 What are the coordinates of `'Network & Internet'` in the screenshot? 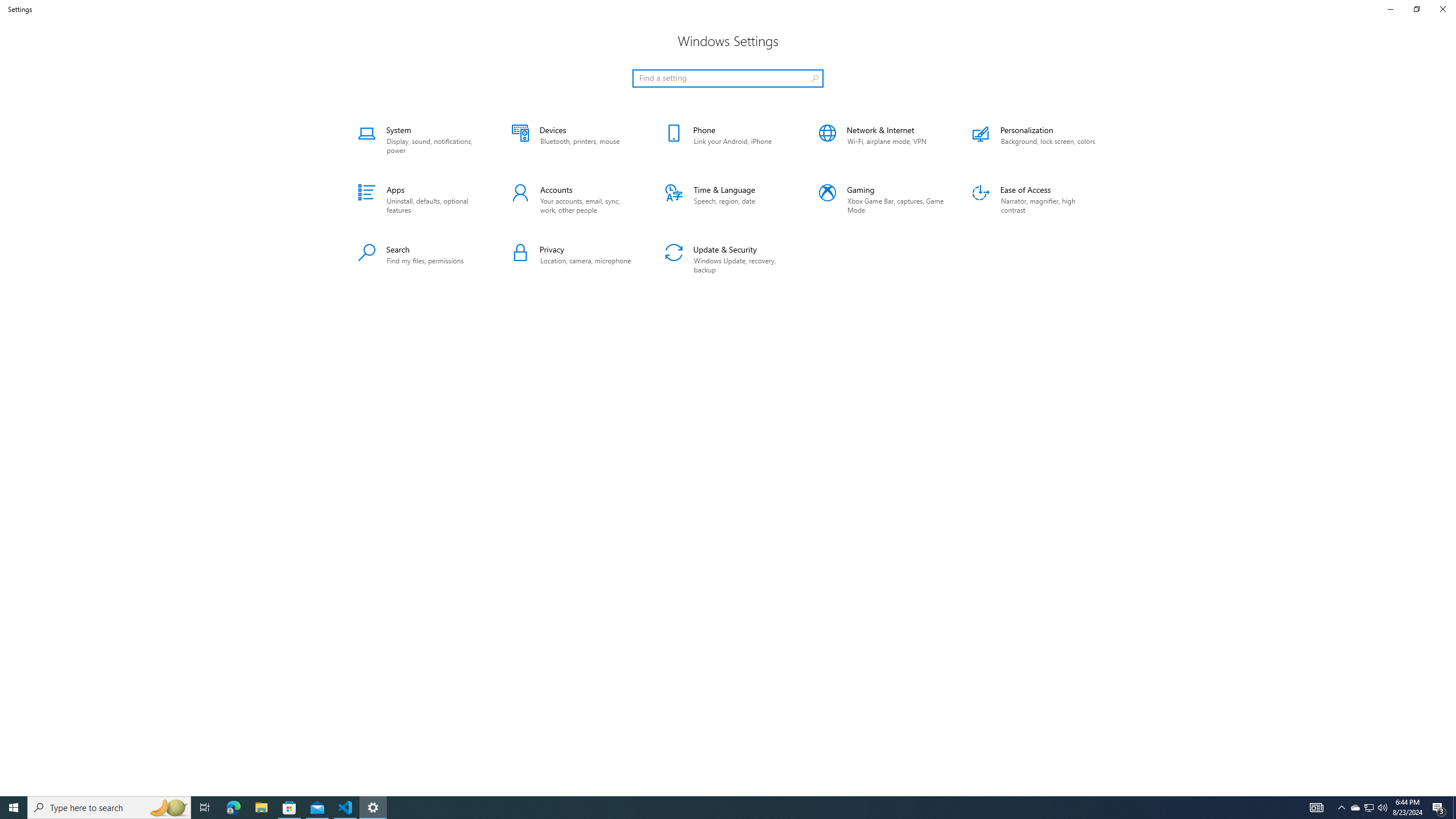 It's located at (881, 139).